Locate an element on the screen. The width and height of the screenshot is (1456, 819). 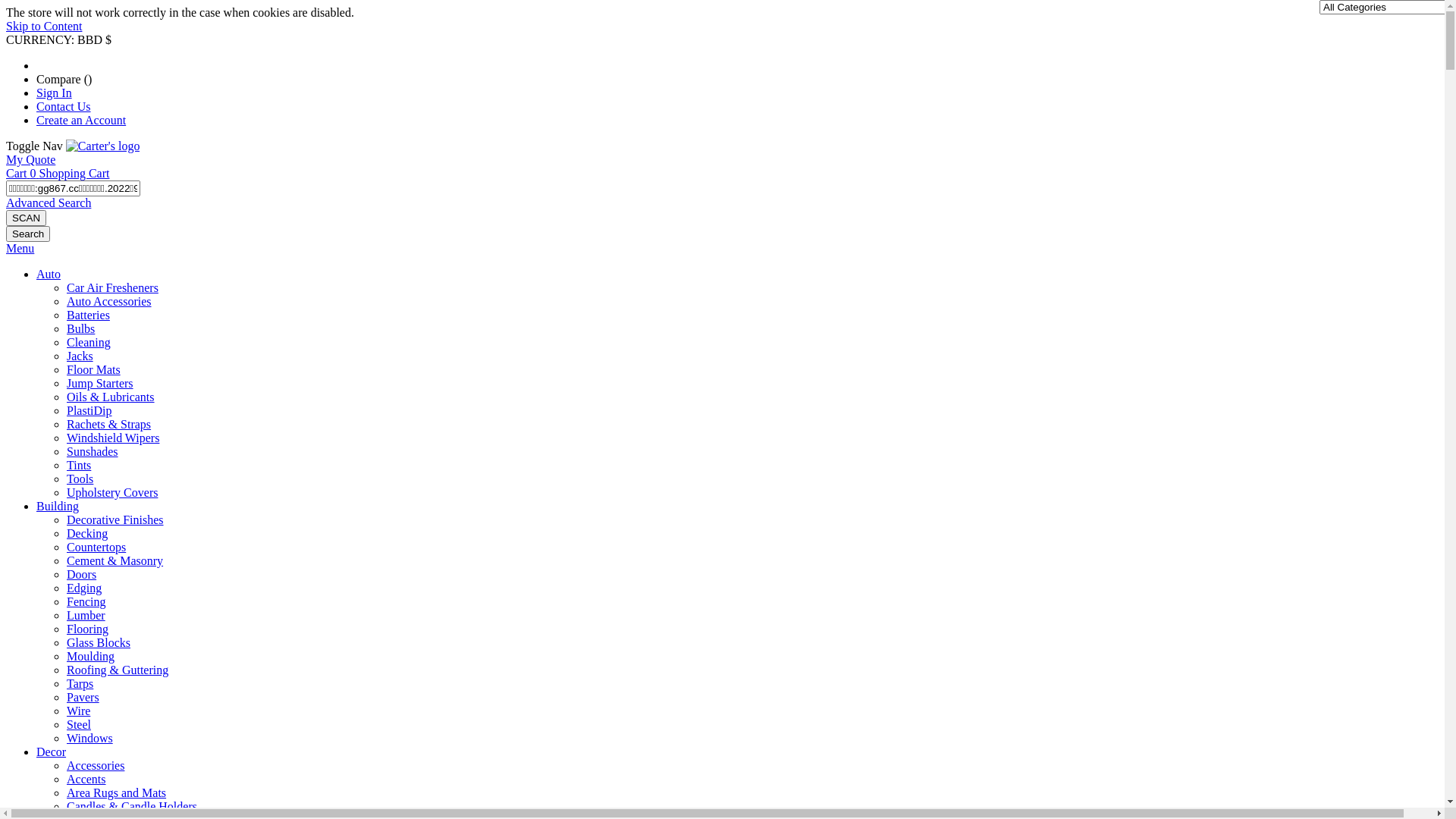
'Compare ()' is located at coordinates (63, 79).